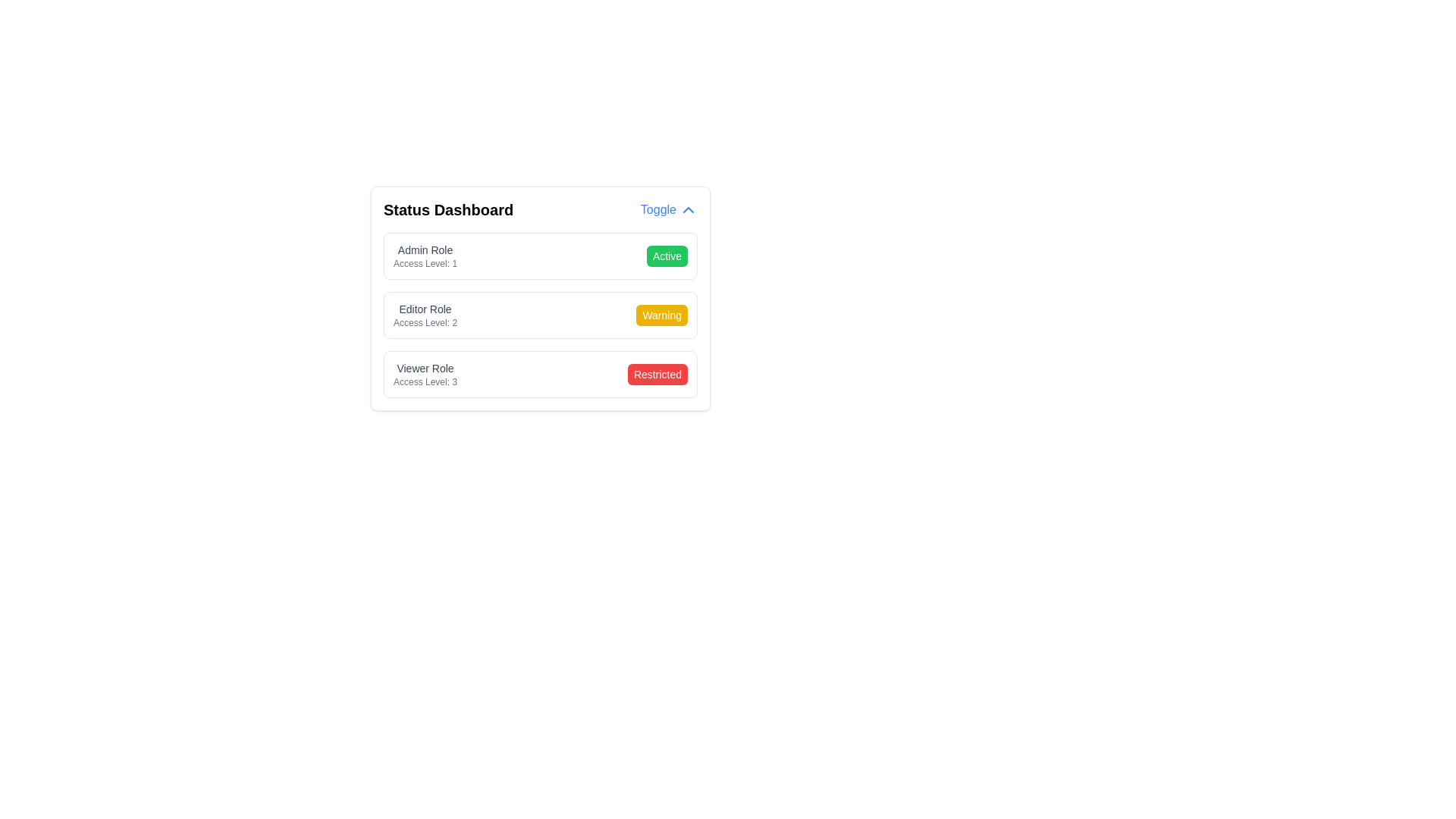 This screenshot has width=1456, height=819. I want to click on the static text label 'Viewer Role' in the third information card of the 'Status Dashboard' section, which is styled in gray and positioned above 'Access Level: 3', so click(425, 369).